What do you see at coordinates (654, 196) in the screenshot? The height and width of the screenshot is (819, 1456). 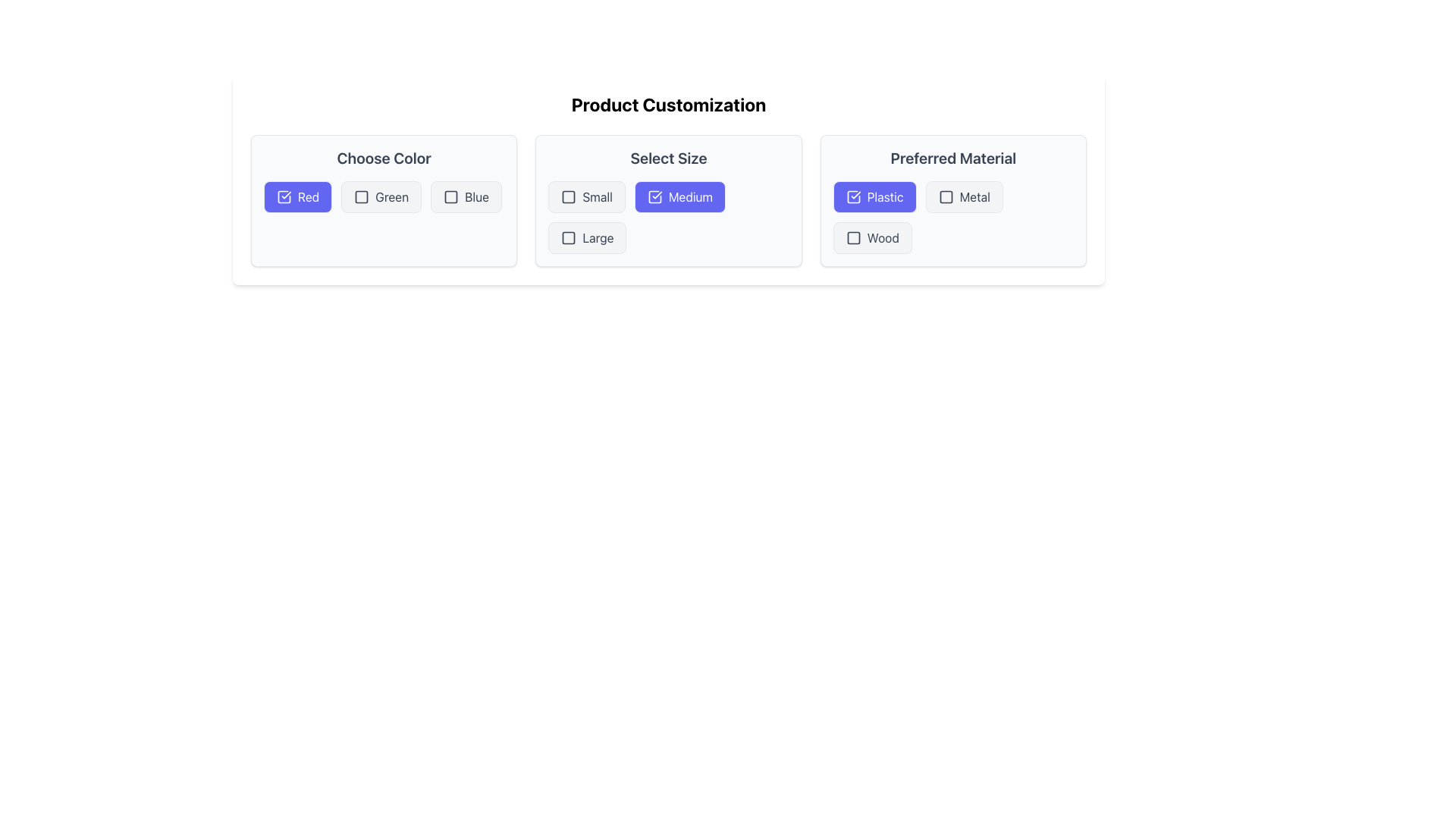 I see `the checkbox and tick icon within the 'Medium' button in the 'Select Size' section` at bounding box center [654, 196].